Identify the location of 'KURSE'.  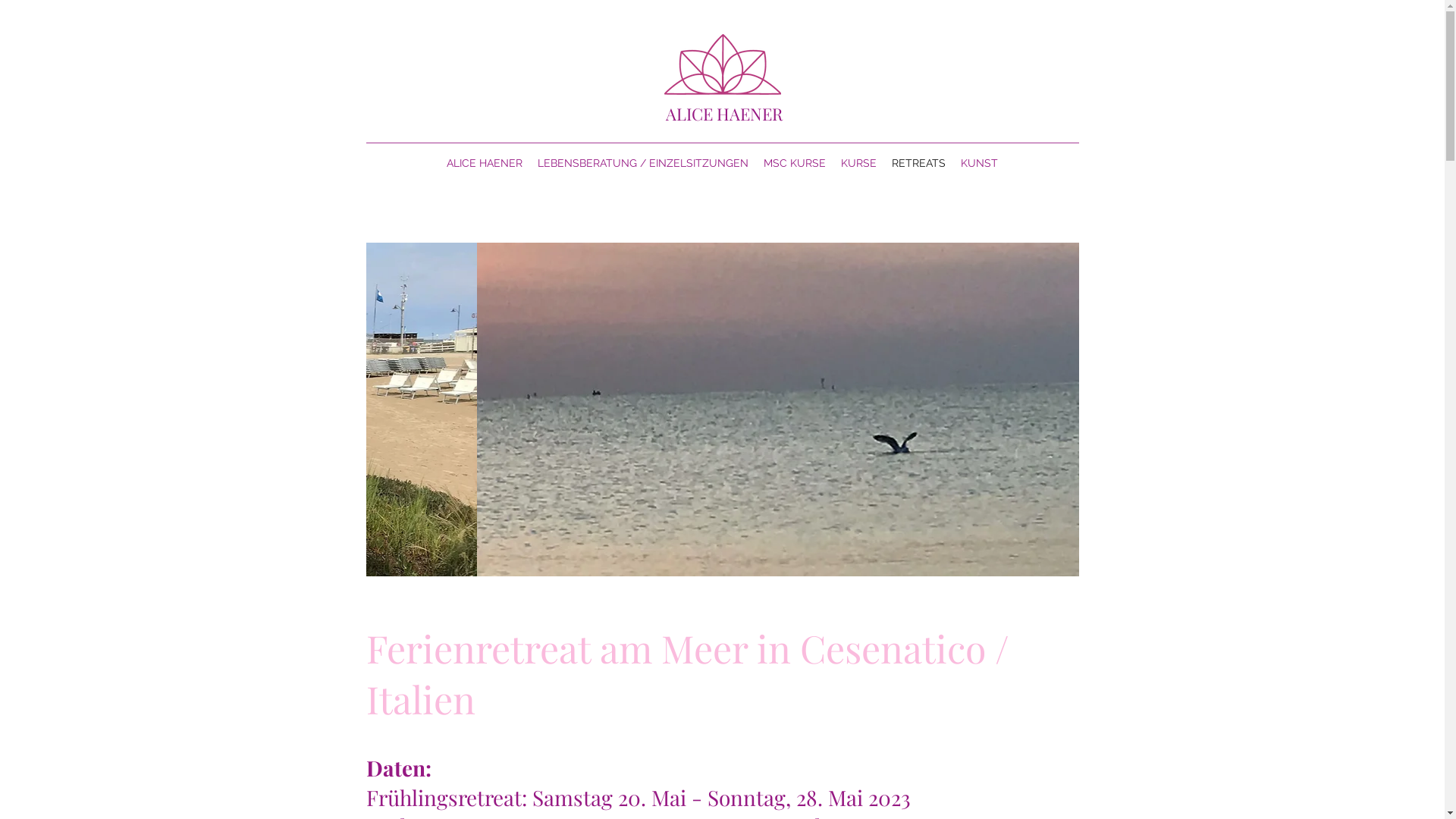
(858, 163).